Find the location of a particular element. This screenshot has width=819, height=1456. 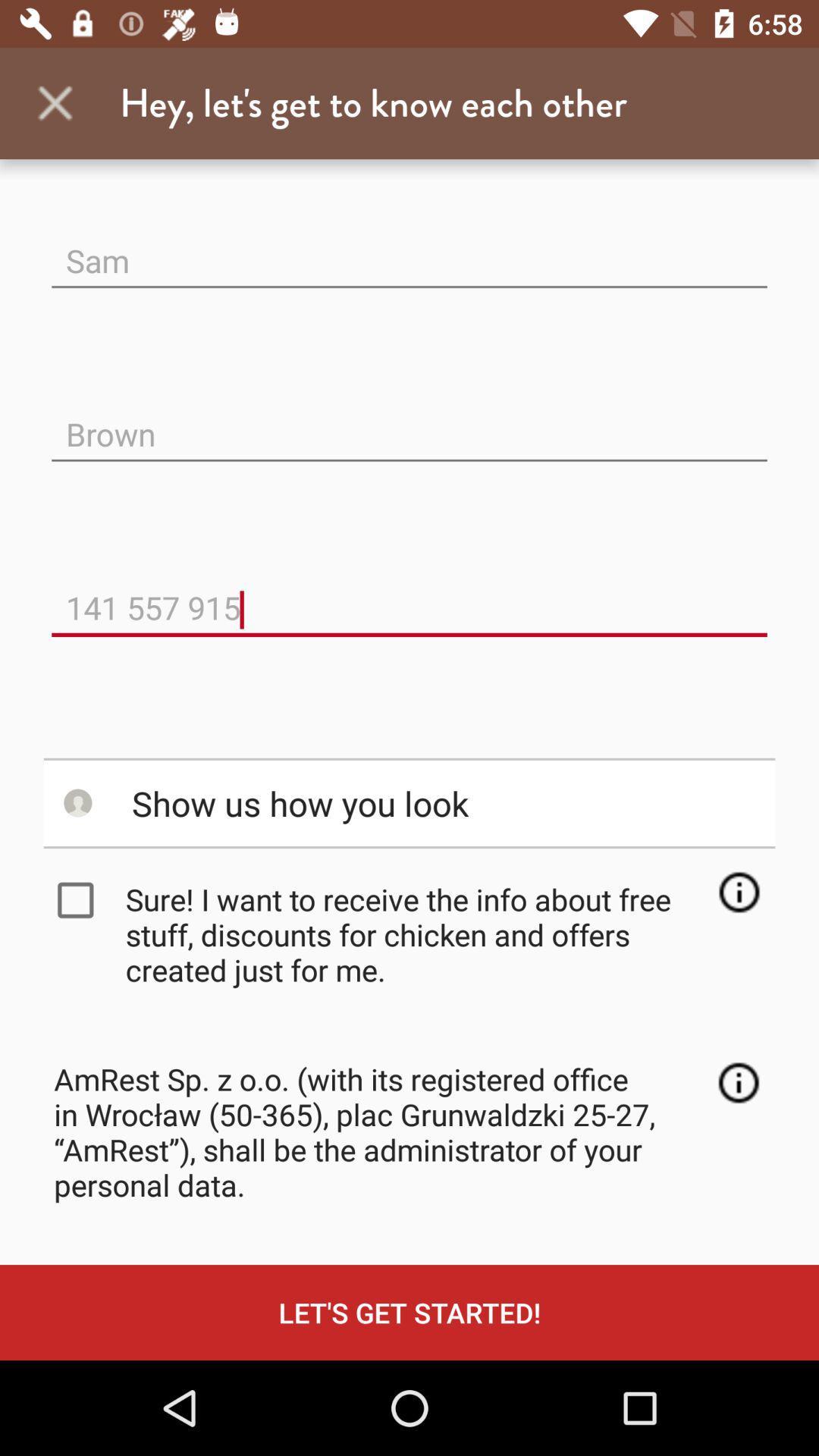

icon to the left of the hey let s app is located at coordinates (55, 102).